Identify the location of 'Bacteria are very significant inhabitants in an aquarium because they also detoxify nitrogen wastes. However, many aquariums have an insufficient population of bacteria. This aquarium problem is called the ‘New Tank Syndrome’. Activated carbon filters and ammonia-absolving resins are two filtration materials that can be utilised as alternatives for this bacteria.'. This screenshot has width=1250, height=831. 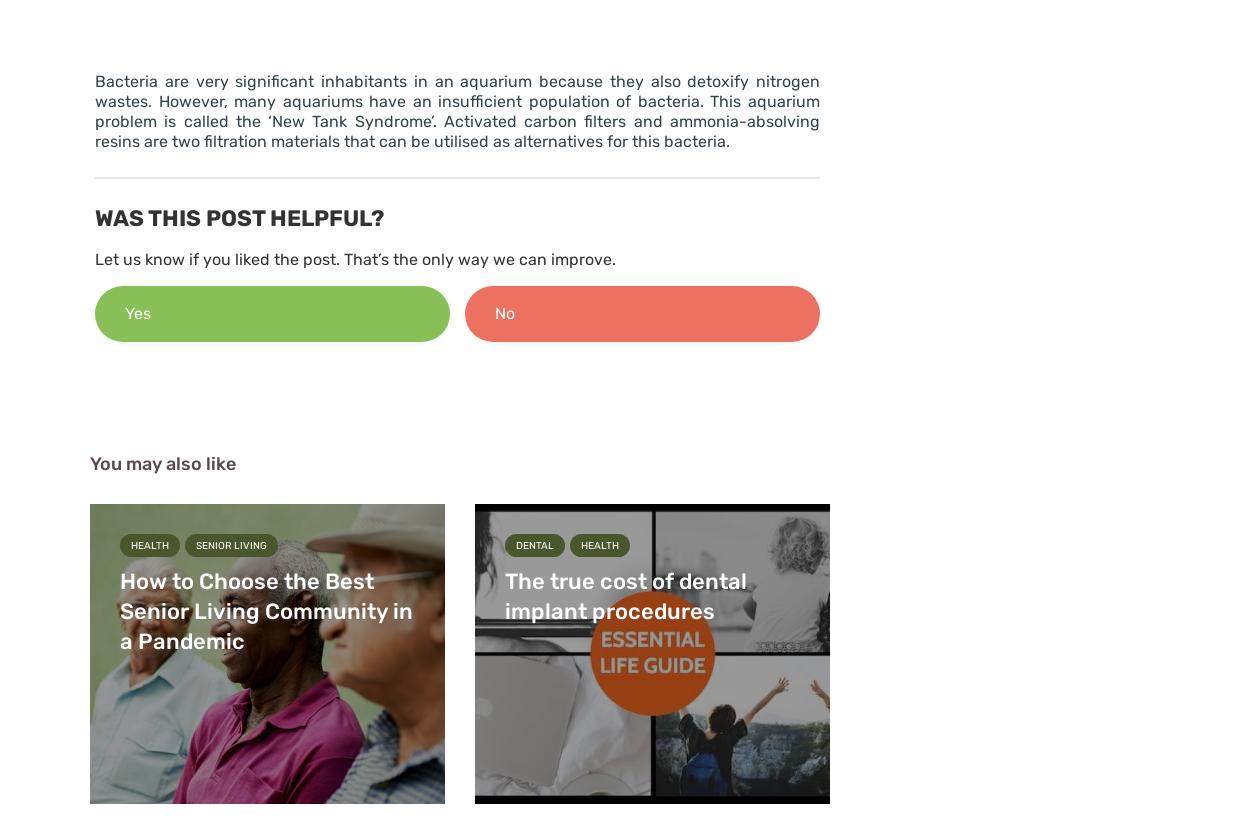
(94, 111).